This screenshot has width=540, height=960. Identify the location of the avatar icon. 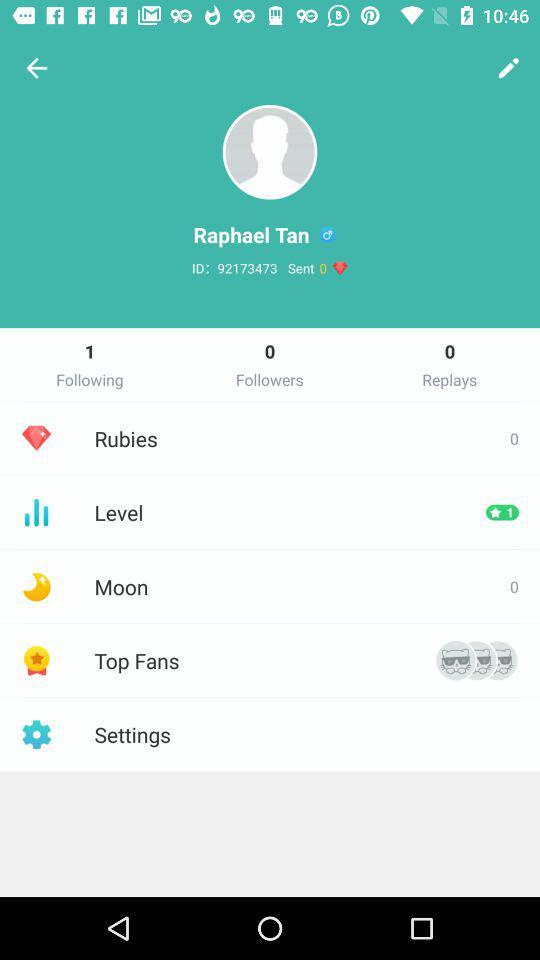
(270, 151).